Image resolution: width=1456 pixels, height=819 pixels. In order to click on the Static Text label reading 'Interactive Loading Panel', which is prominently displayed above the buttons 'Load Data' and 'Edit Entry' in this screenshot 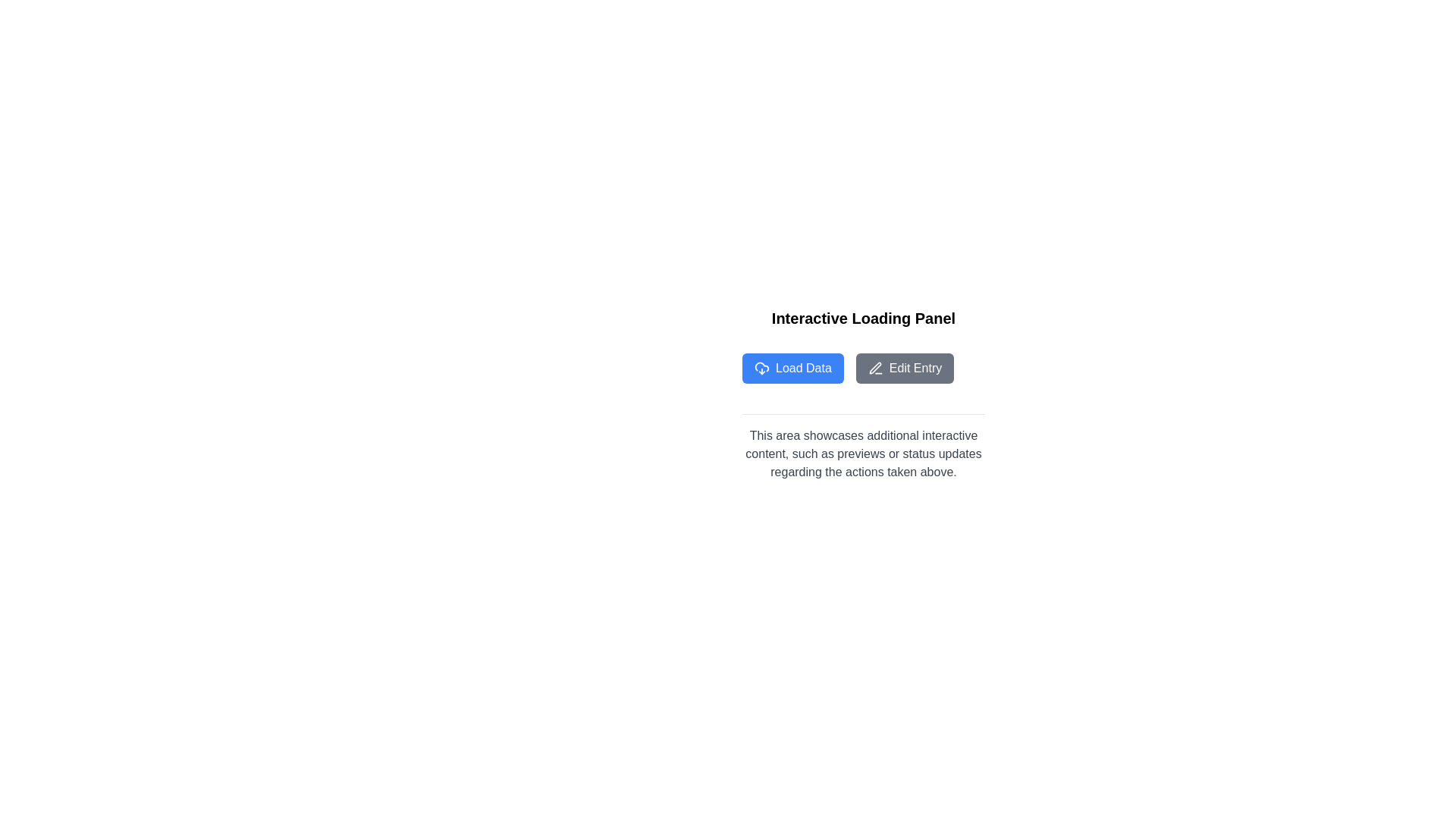, I will do `click(863, 318)`.